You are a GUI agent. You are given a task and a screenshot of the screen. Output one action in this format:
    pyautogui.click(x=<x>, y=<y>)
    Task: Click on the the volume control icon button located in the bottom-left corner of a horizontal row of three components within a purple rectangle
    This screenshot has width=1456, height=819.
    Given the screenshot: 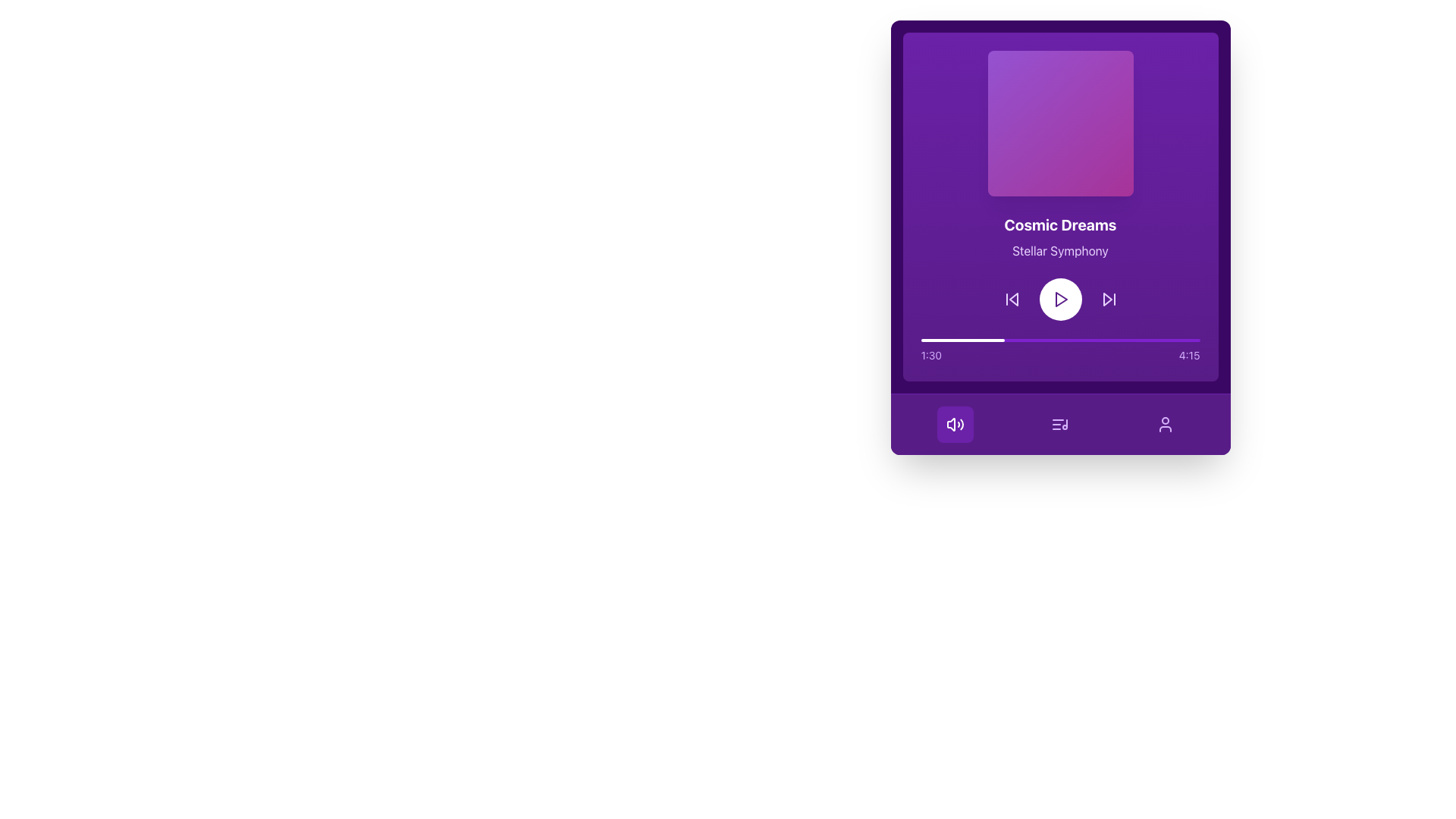 What is the action you would take?
    pyautogui.click(x=954, y=424)
    